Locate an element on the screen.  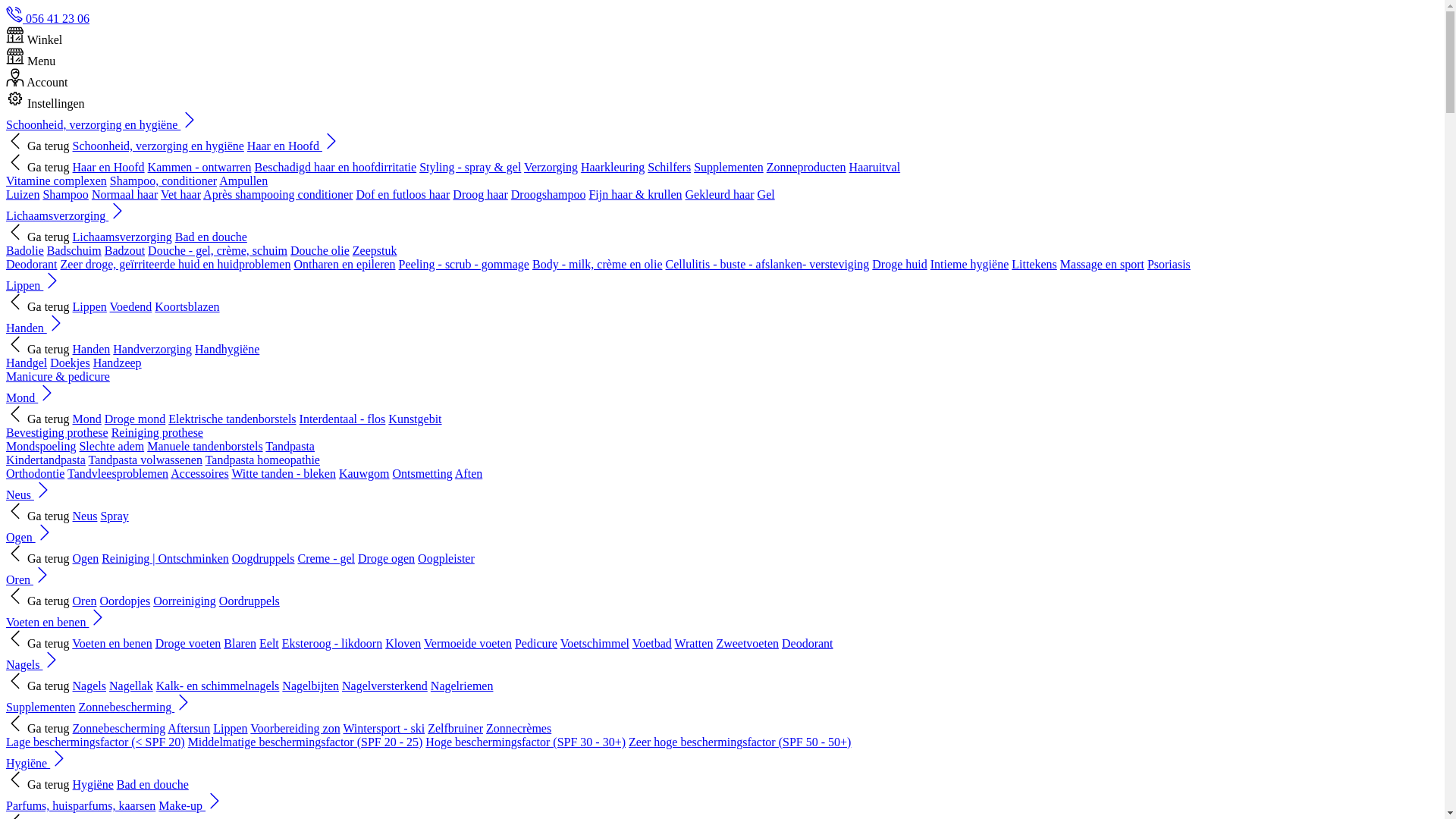
'Neus' is located at coordinates (6, 494).